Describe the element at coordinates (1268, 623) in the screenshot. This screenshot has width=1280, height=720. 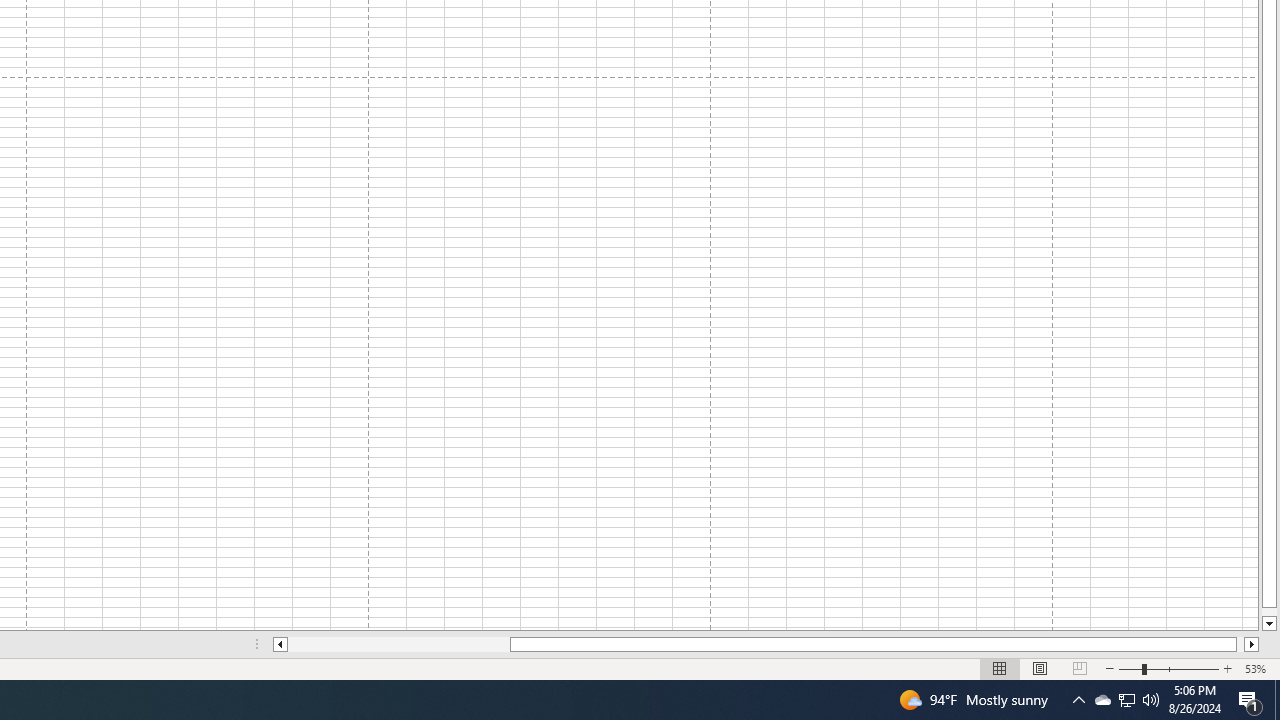
I see `'Line down'` at that location.